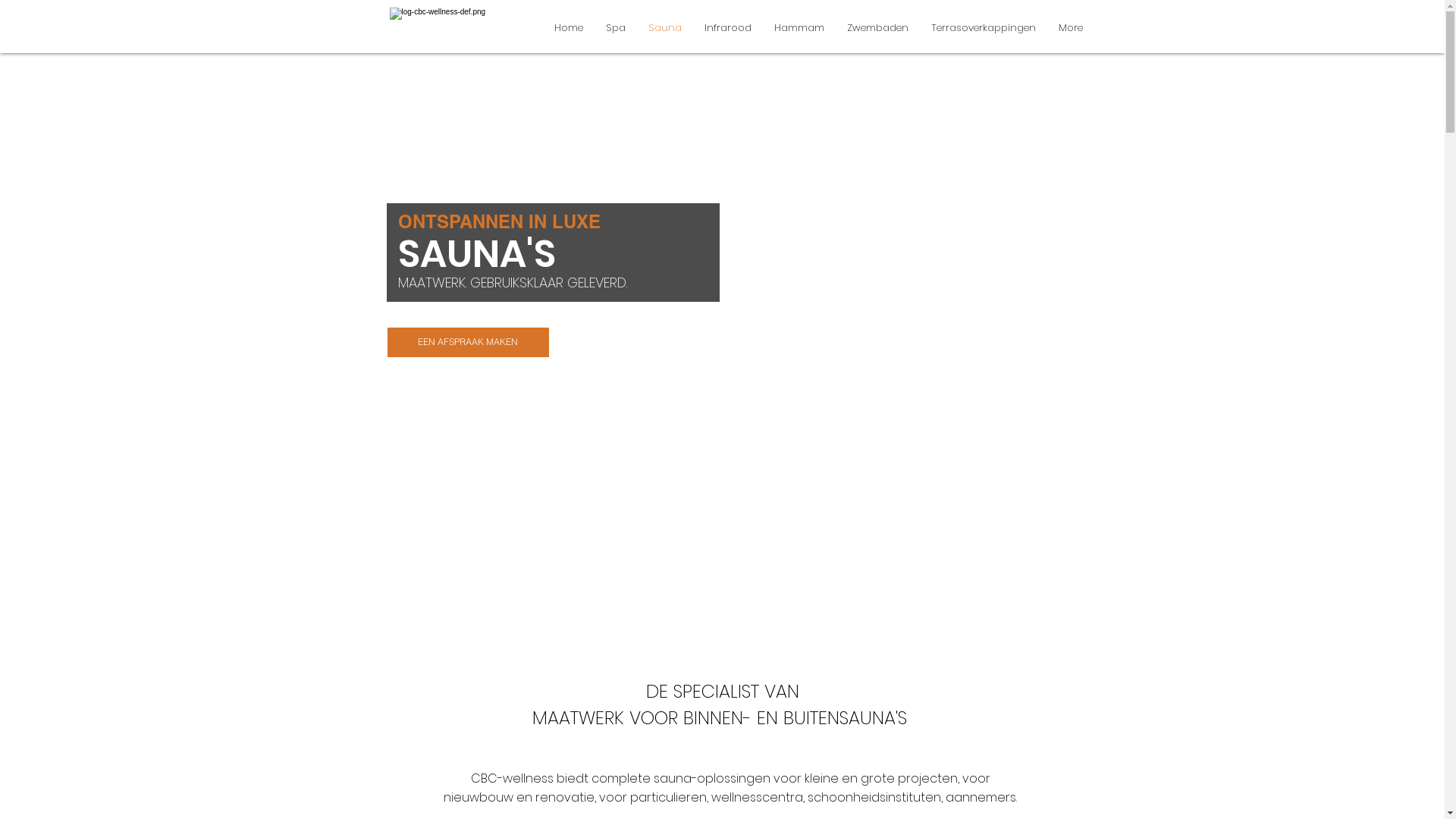 The width and height of the screenshot is (1456, 819). What do you see at coordinates (983, 27) in the screenshot?
I see `'Terrasoverkappingen'` at bounding box center [983, 27].